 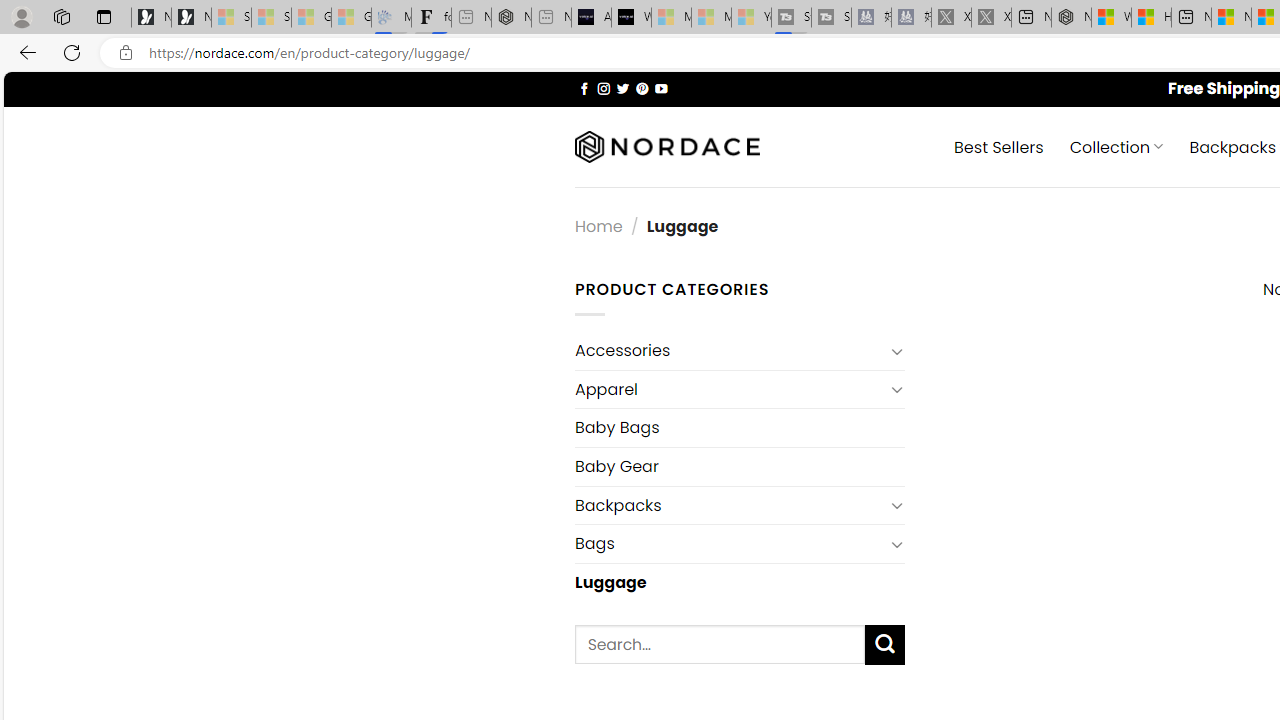 What do you see at coordinates (999, 145) in the screenshot?
I see `' Best Sellers'` at bounding box center [999, 145].